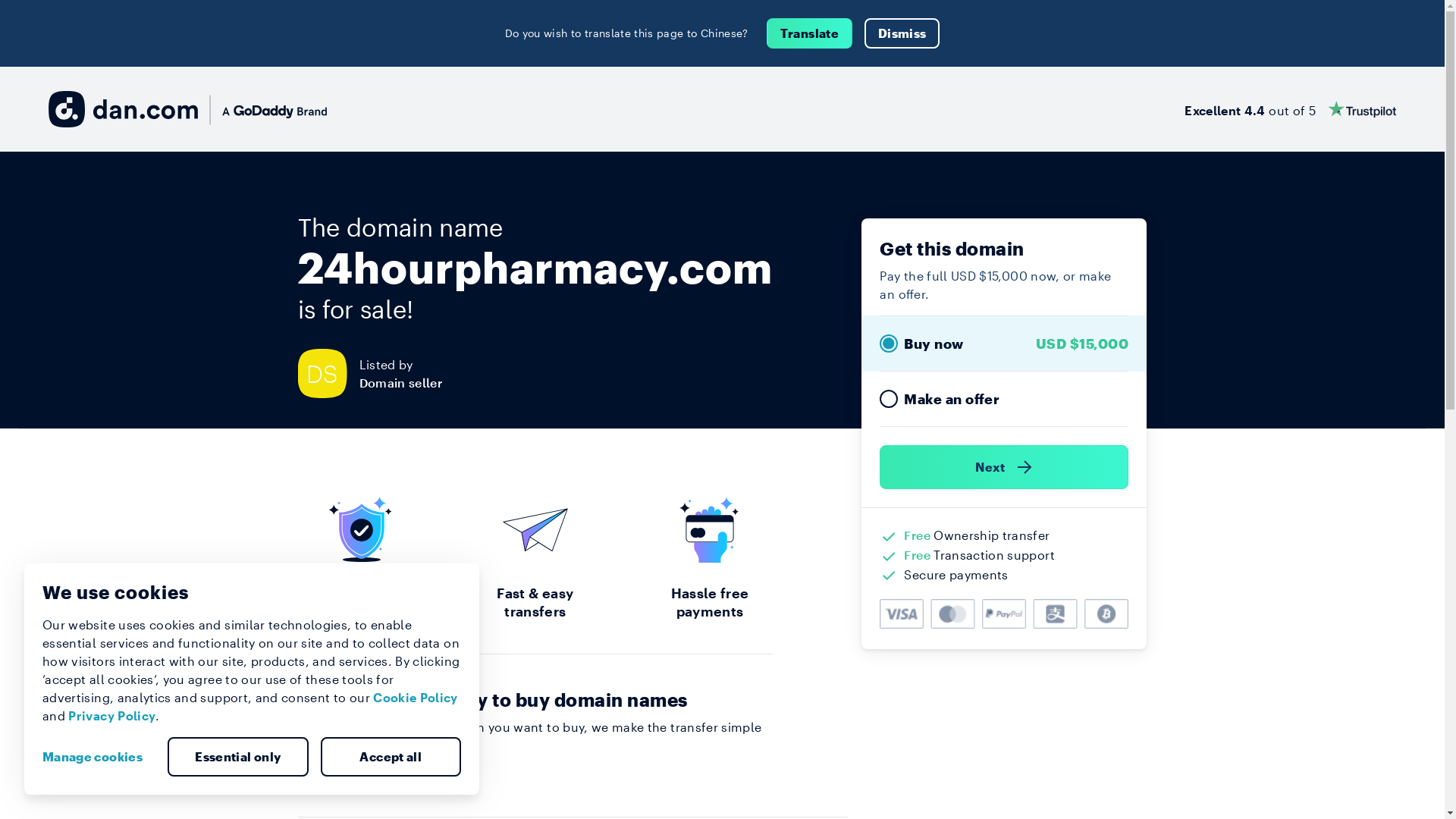 This screenshot has height=819, width=1456. Describe the element at coordinates (67, 715) in the screenshot. I see `'Privacy Policy'` at that location.